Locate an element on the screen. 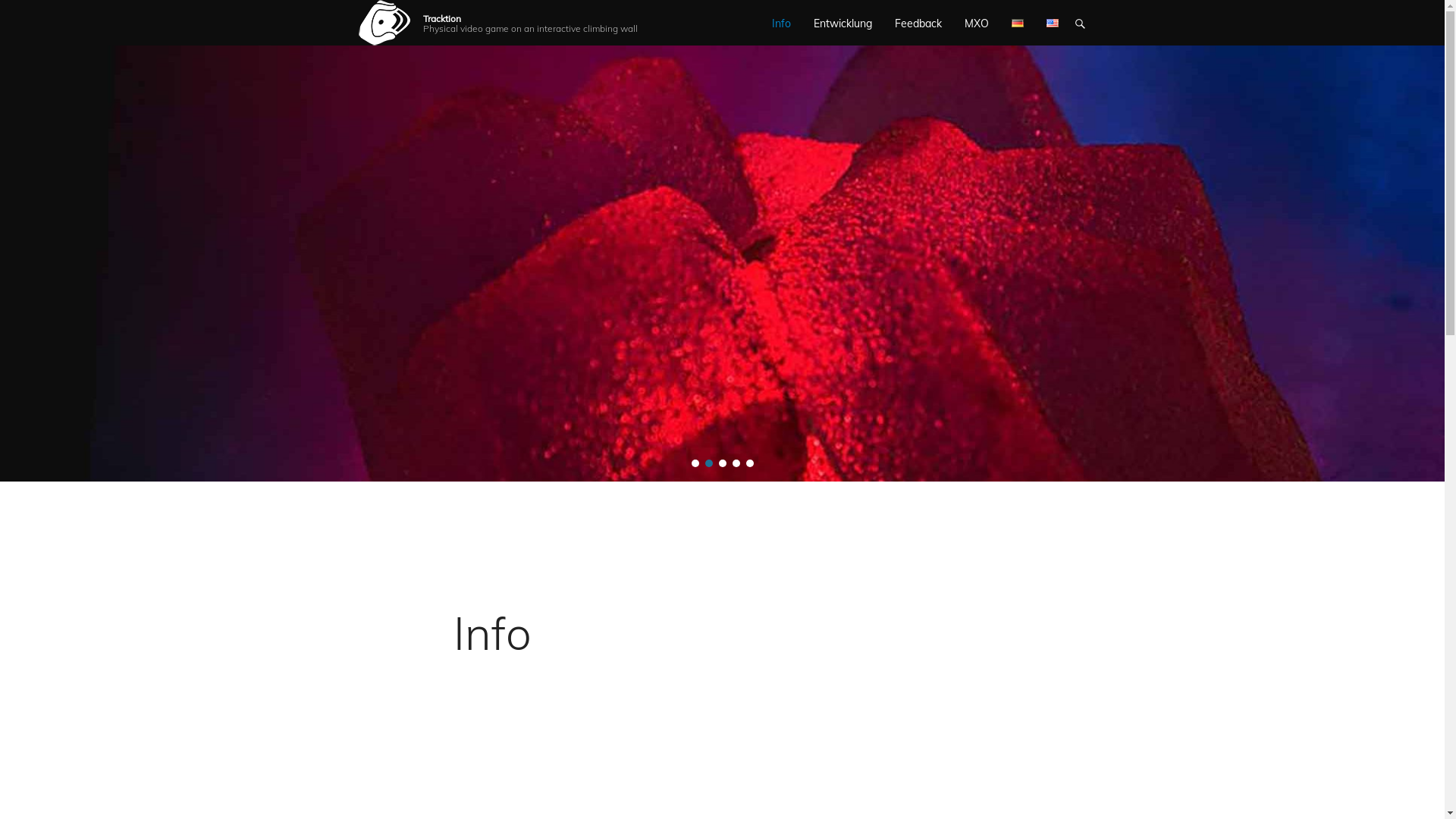 The width and height of the screenshot is (1456, 819). '4' is located at coordinates (732, 462).